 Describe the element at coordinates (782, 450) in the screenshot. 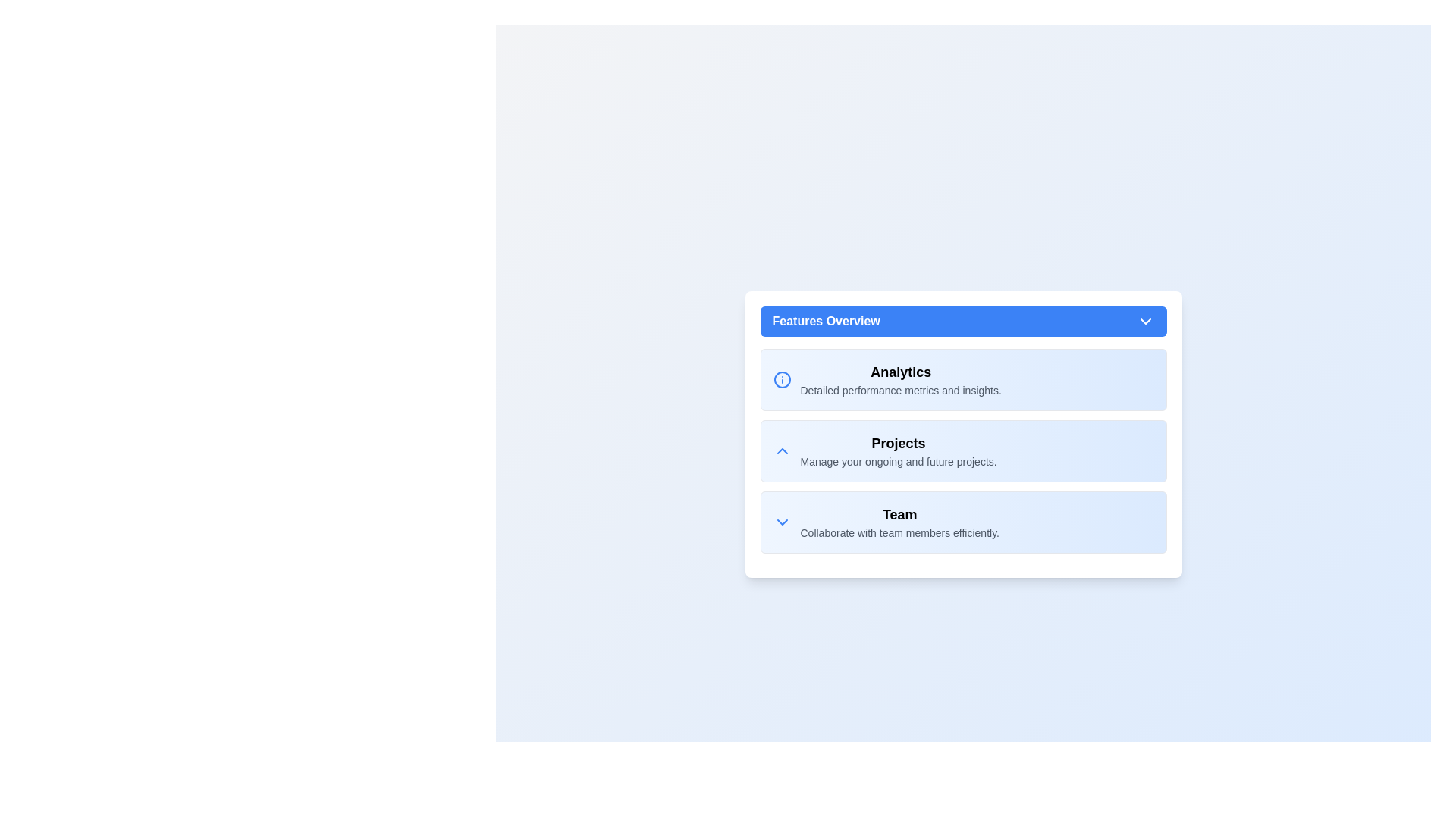

I see `the small blue chevron icon pointing upward next to the 'Projects' section` at that location.